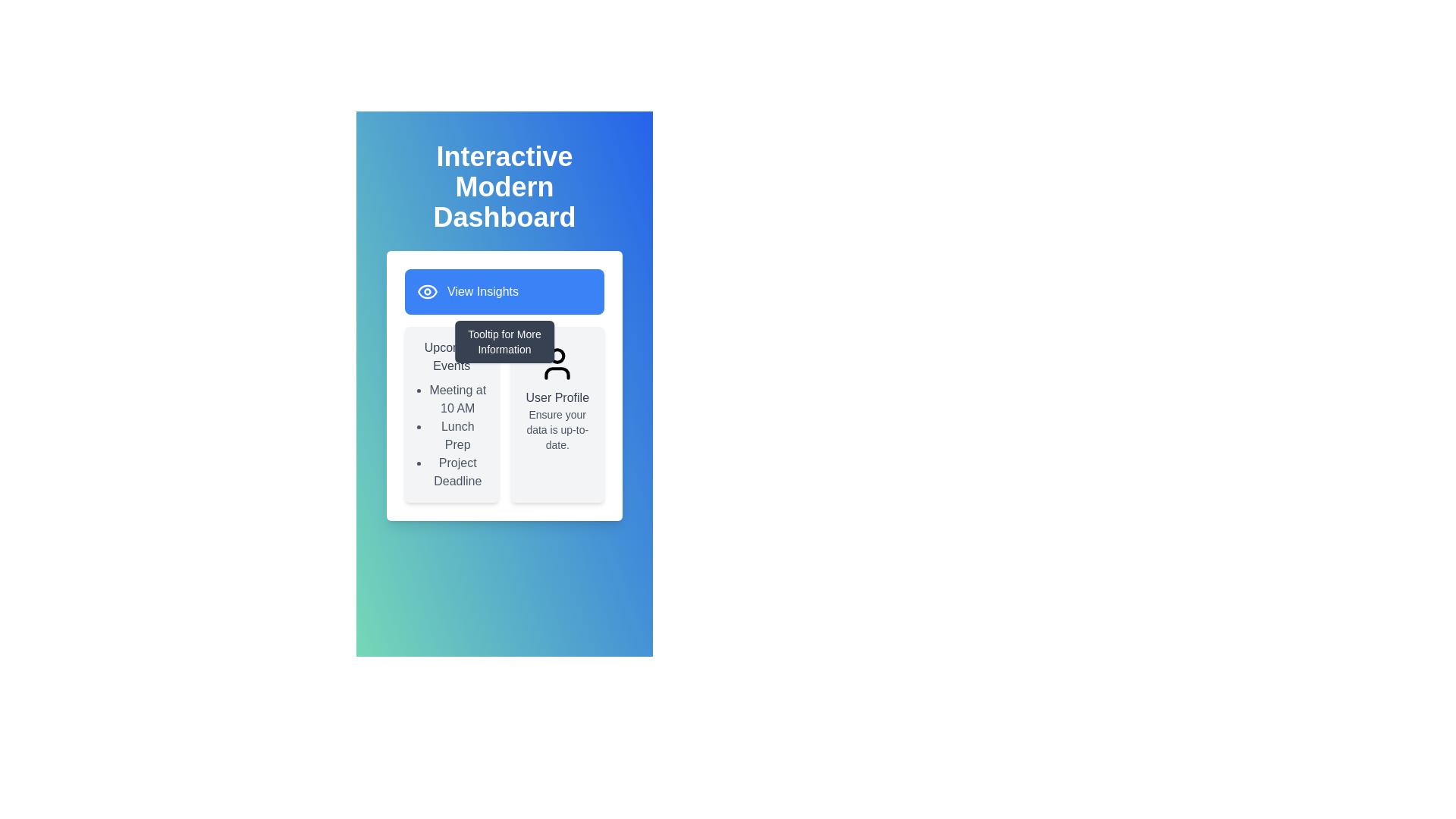  Describe the element at coordinates (457, 399) in the screenshot. I see `the static text displaying 'Meeting at 10 AM' located under the 'Upcoming Events' section` at that location.